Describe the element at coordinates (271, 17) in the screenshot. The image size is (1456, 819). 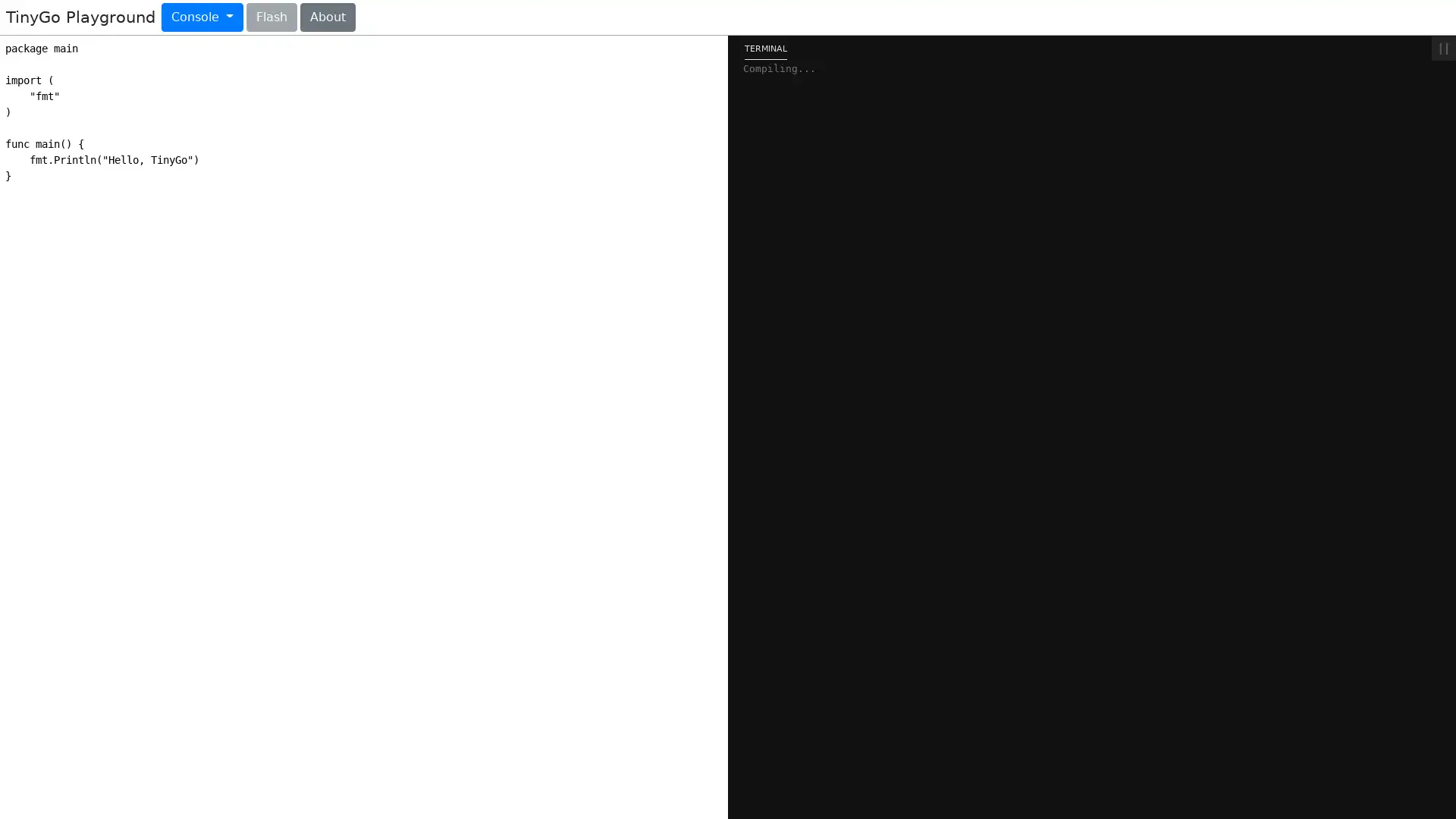
I see `Flash` at that location.